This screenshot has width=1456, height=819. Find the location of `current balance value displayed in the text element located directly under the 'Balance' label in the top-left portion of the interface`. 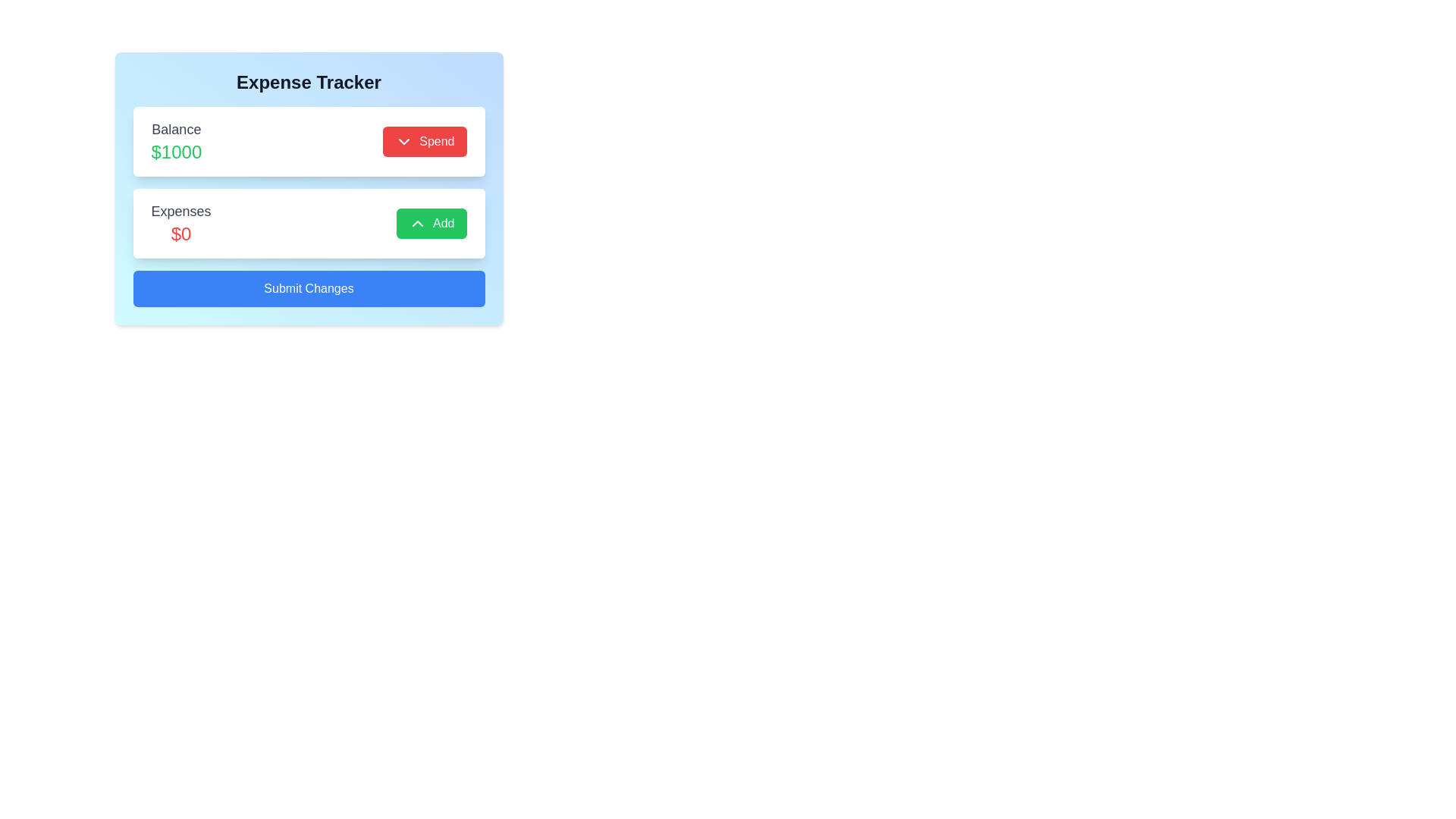

current balance value displayed in the text element located directly under the 'Balance' label in the top-left portion of the interface is located at coordinates (176, 152).